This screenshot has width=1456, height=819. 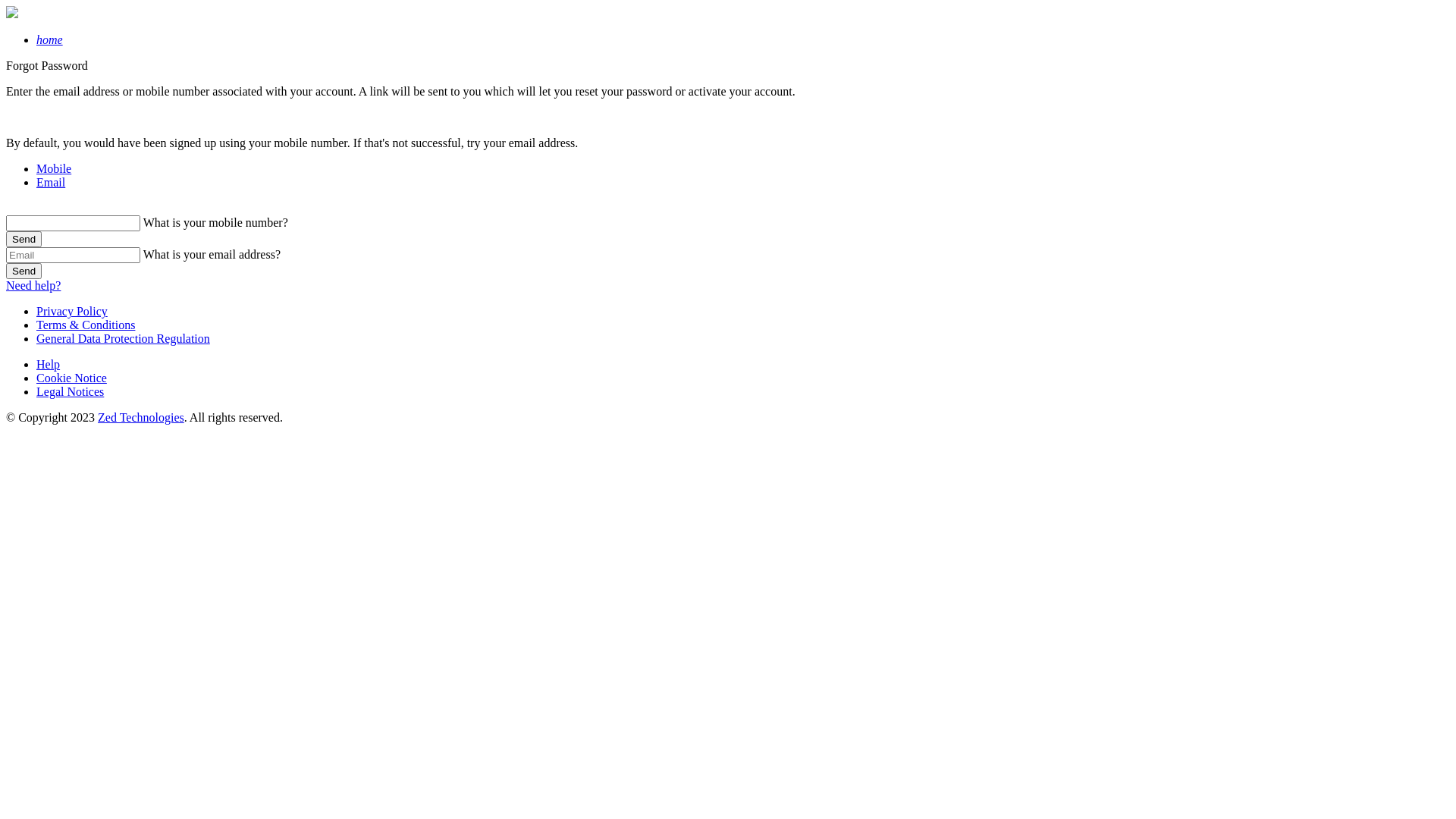 What do you see at coordinates (123, 337) in the screenshot?
I see `'General Data Protection Regulation'` at bounding box center [123, 337].